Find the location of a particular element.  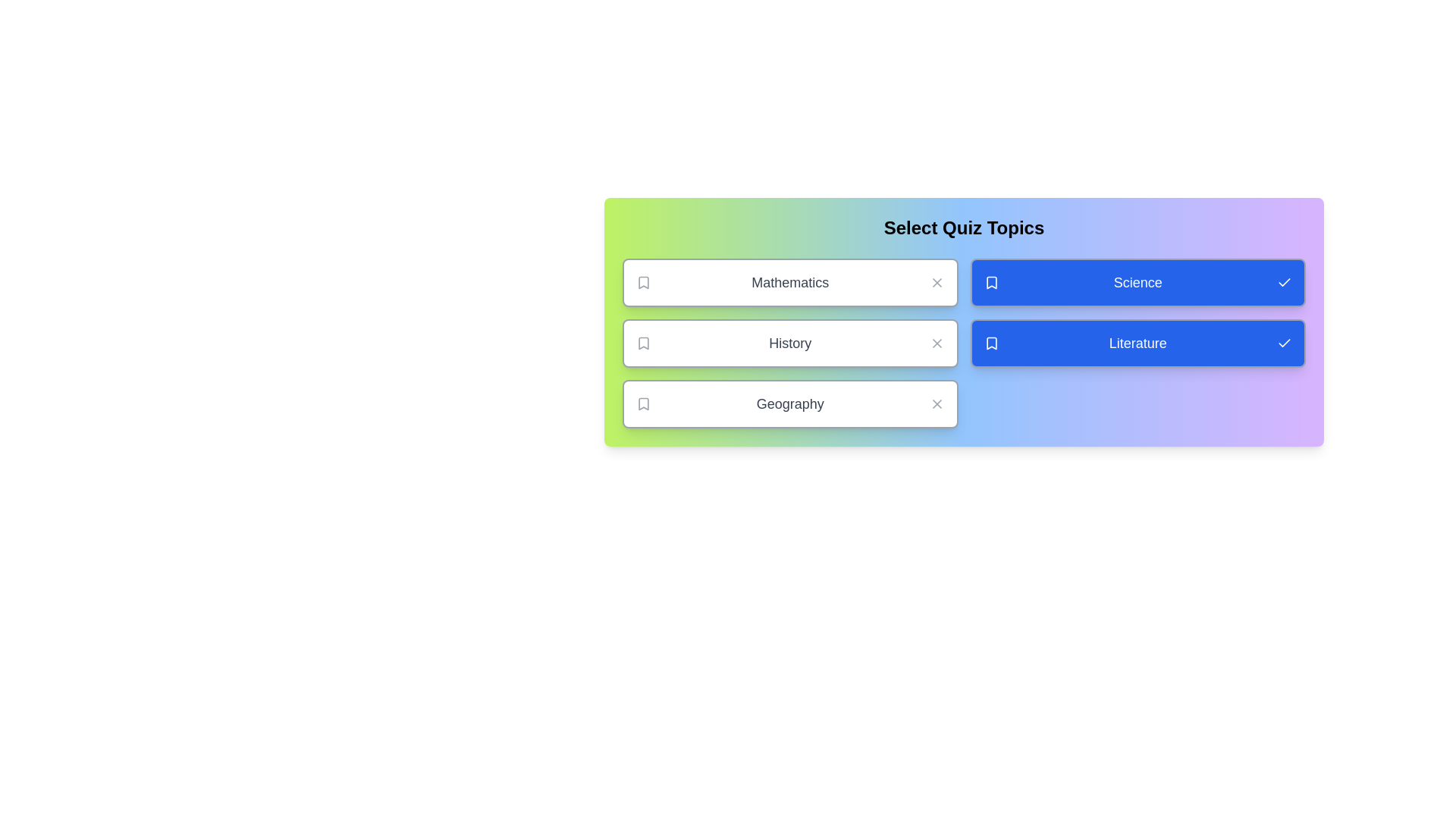

the heading text 'Select Quiz Topics' to interact with it is located at coordinates (963, 227).